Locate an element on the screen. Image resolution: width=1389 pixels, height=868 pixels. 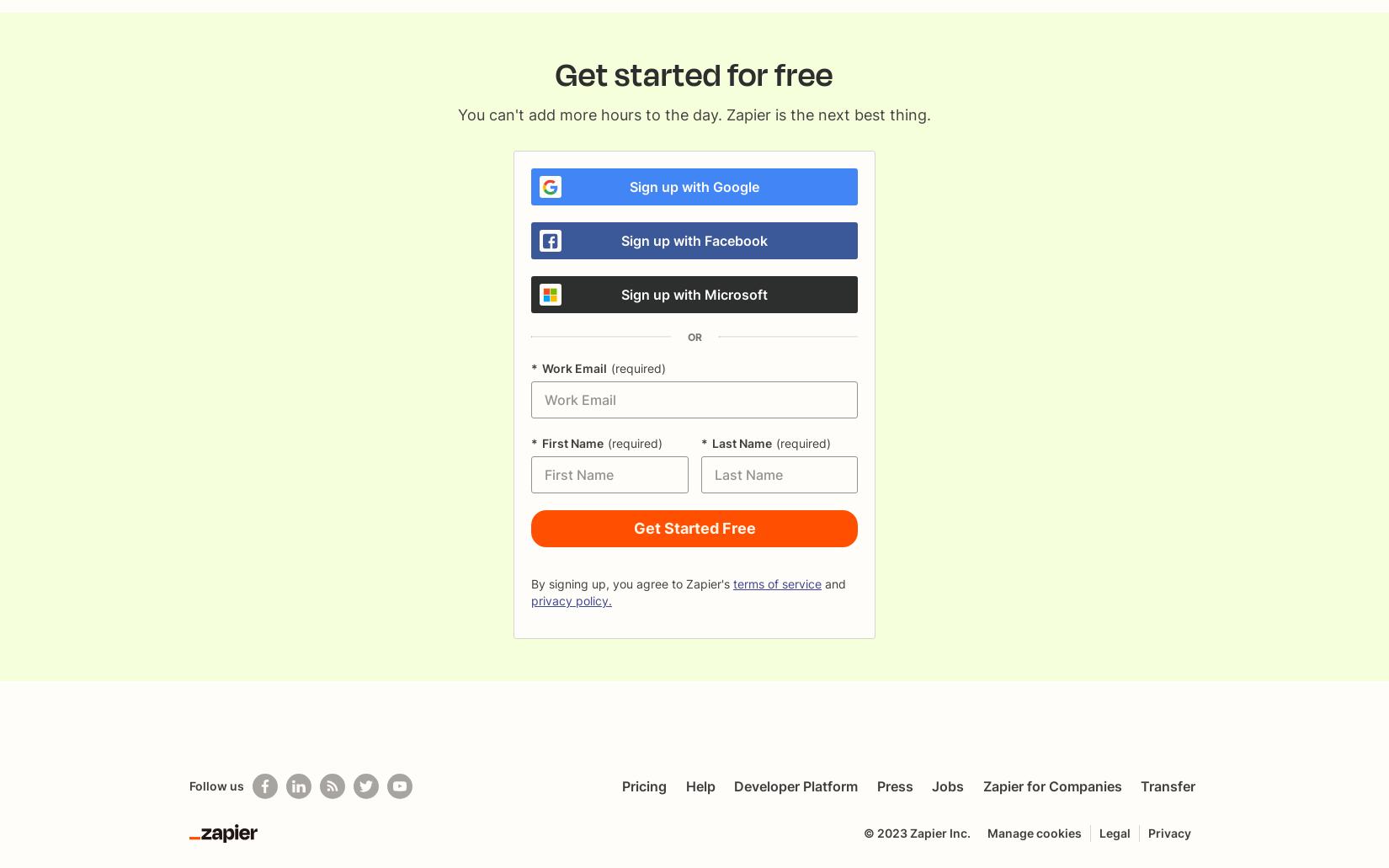
'2023' is located at coordinates (891, 832).